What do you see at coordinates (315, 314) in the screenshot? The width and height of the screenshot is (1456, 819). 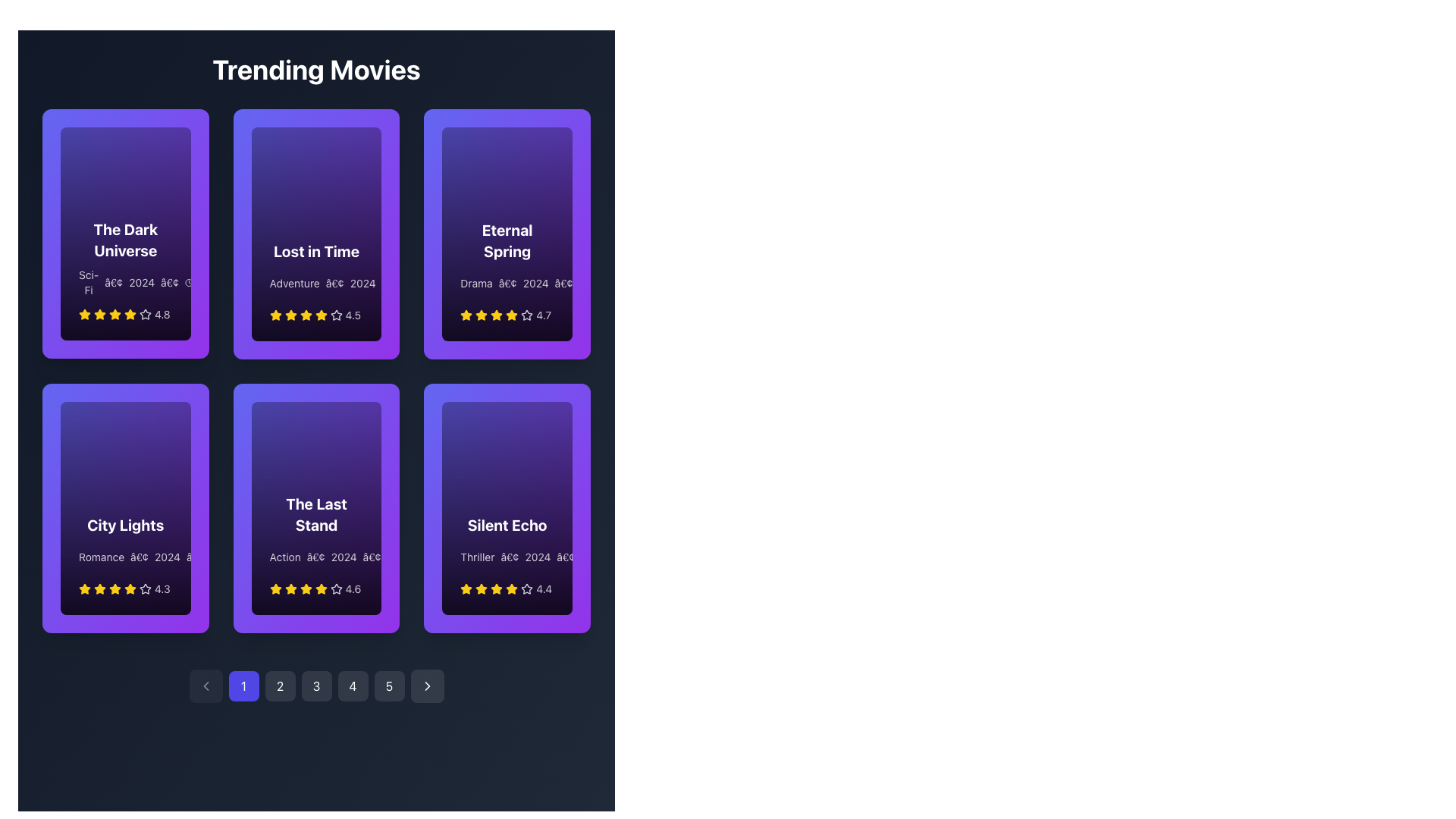 I see `the rating display for the movie 'Lost in Time', which visually indicates the rating using stars and a numerical value, located at the bottom of the movie card` at bounding box center [315, 314].